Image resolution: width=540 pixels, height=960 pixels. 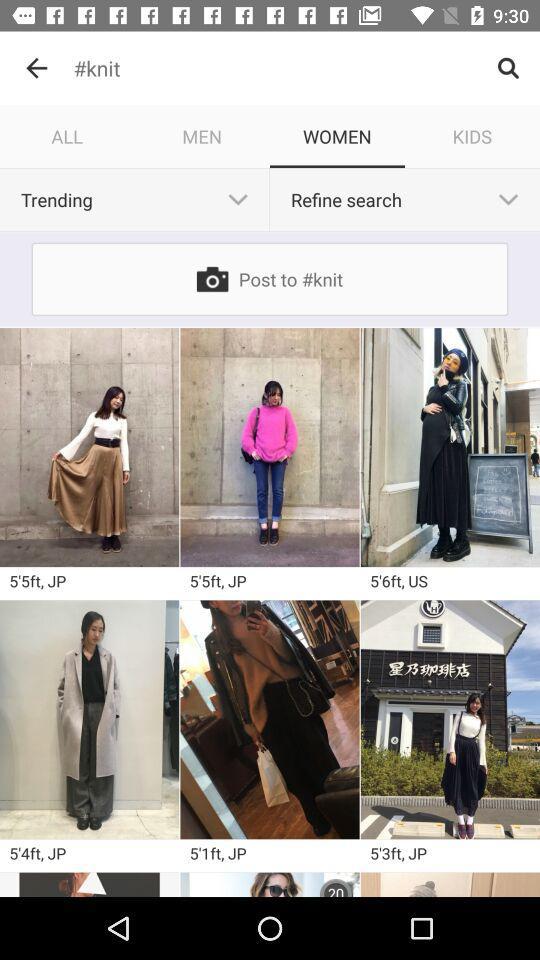 I want to click on image for the search knit women dress, so click(x=450, y=447).